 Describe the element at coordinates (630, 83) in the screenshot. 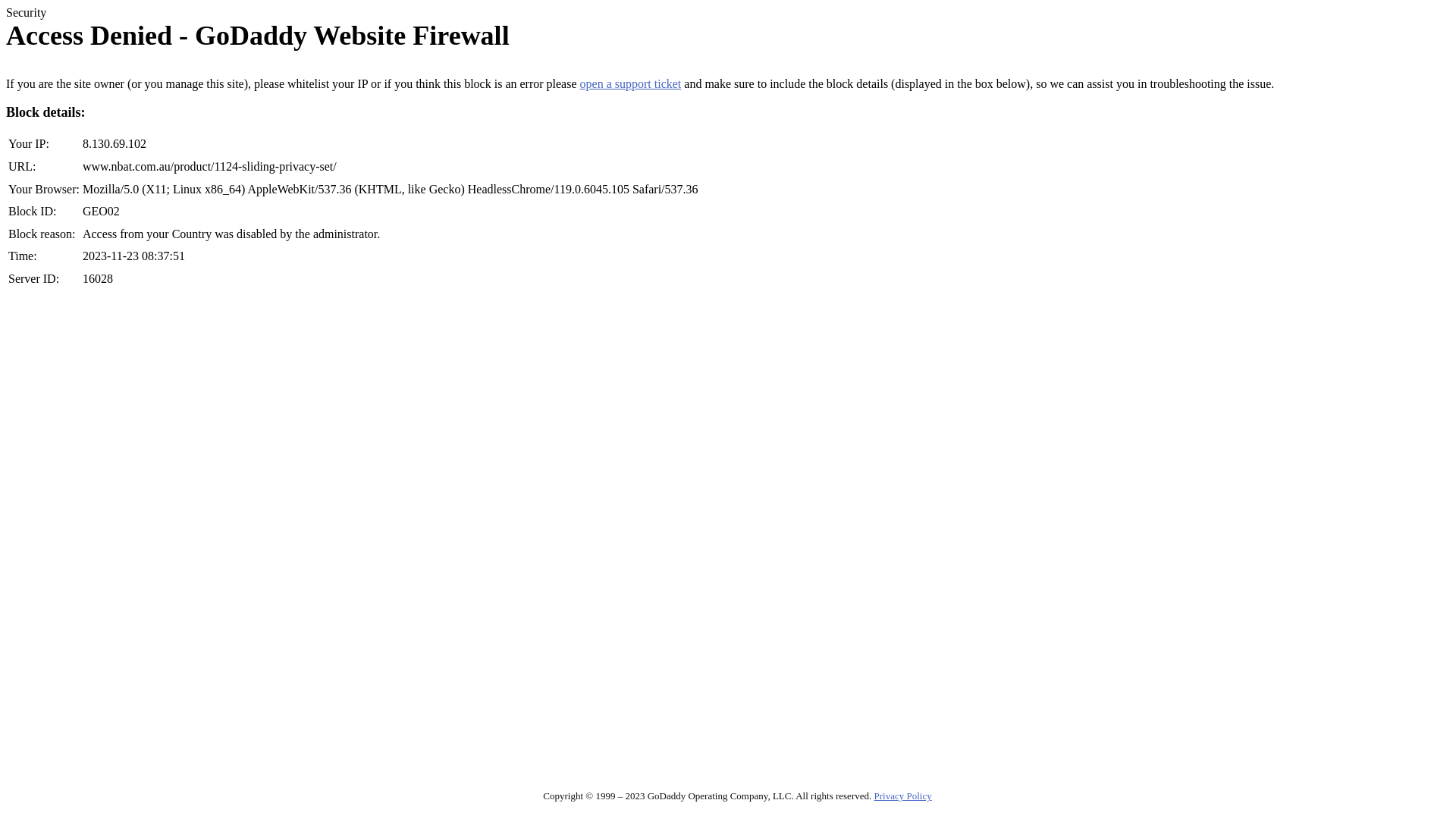

I see `'open a support ticket'` at that location.